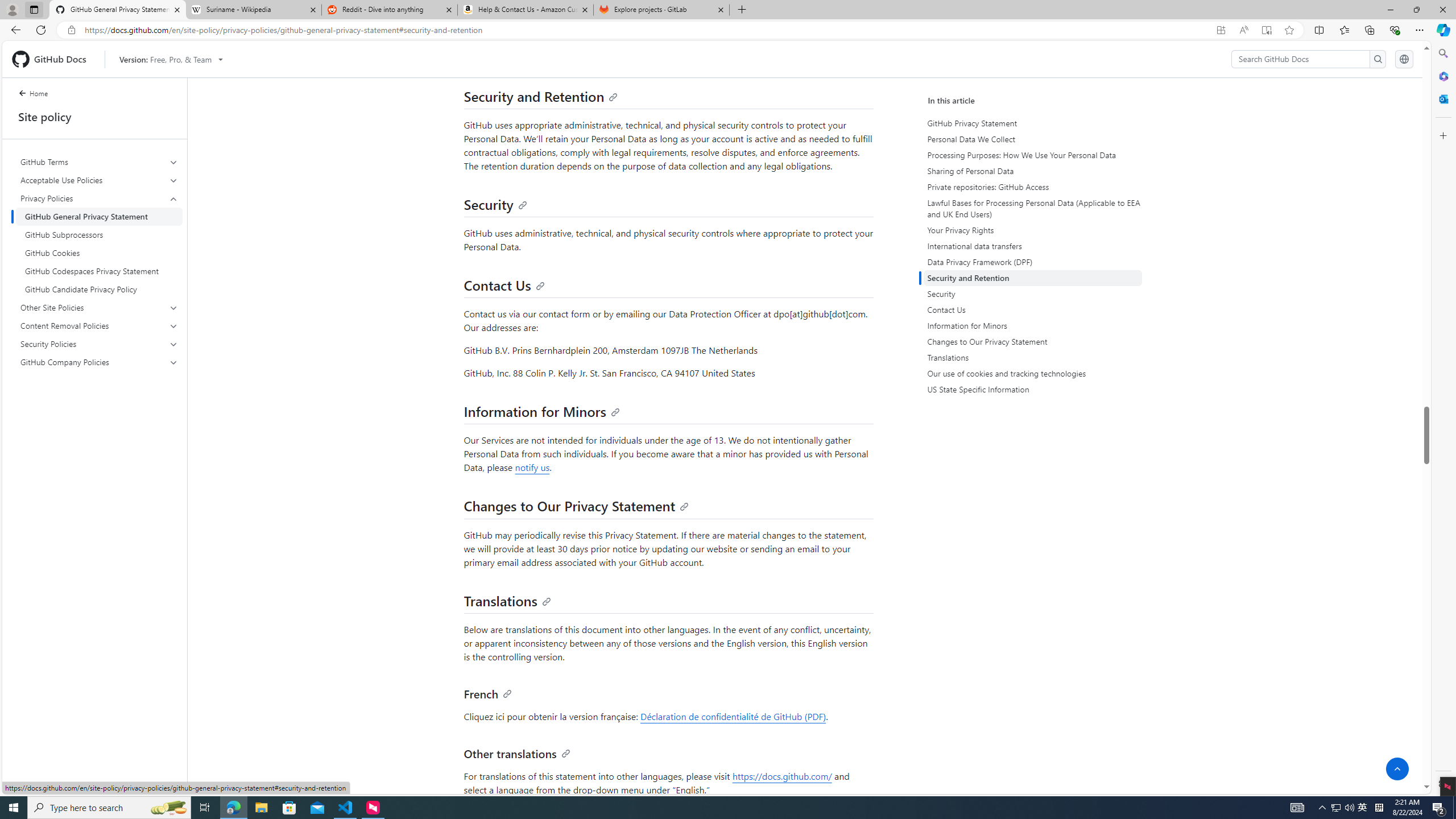 The image size is (1456, 819). I want to click on 'Data Privacy Framework (DPF)', so click(1032, 261).